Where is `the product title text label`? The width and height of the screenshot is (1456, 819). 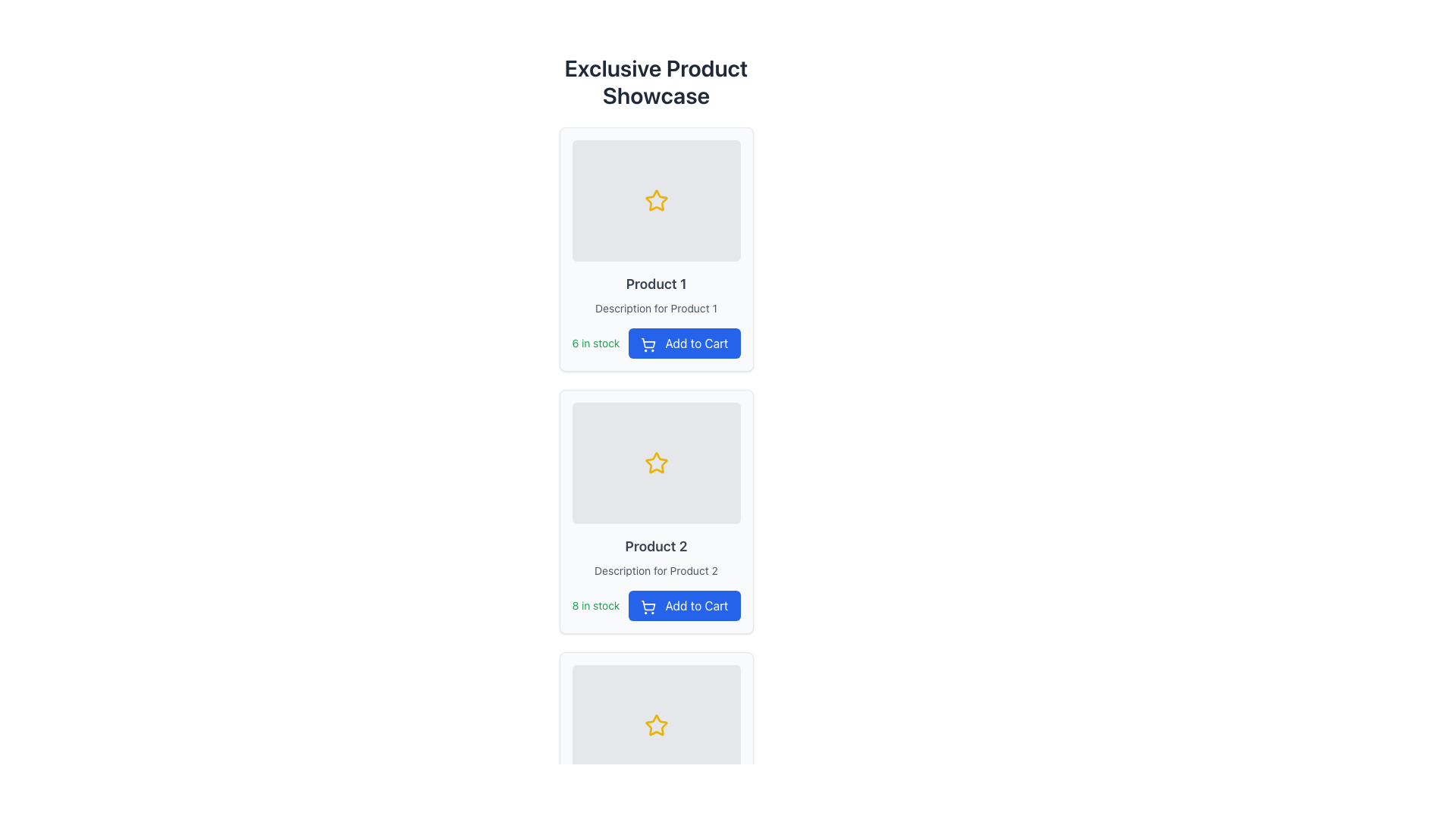
the product title text label is located at coordinates (656, 284).